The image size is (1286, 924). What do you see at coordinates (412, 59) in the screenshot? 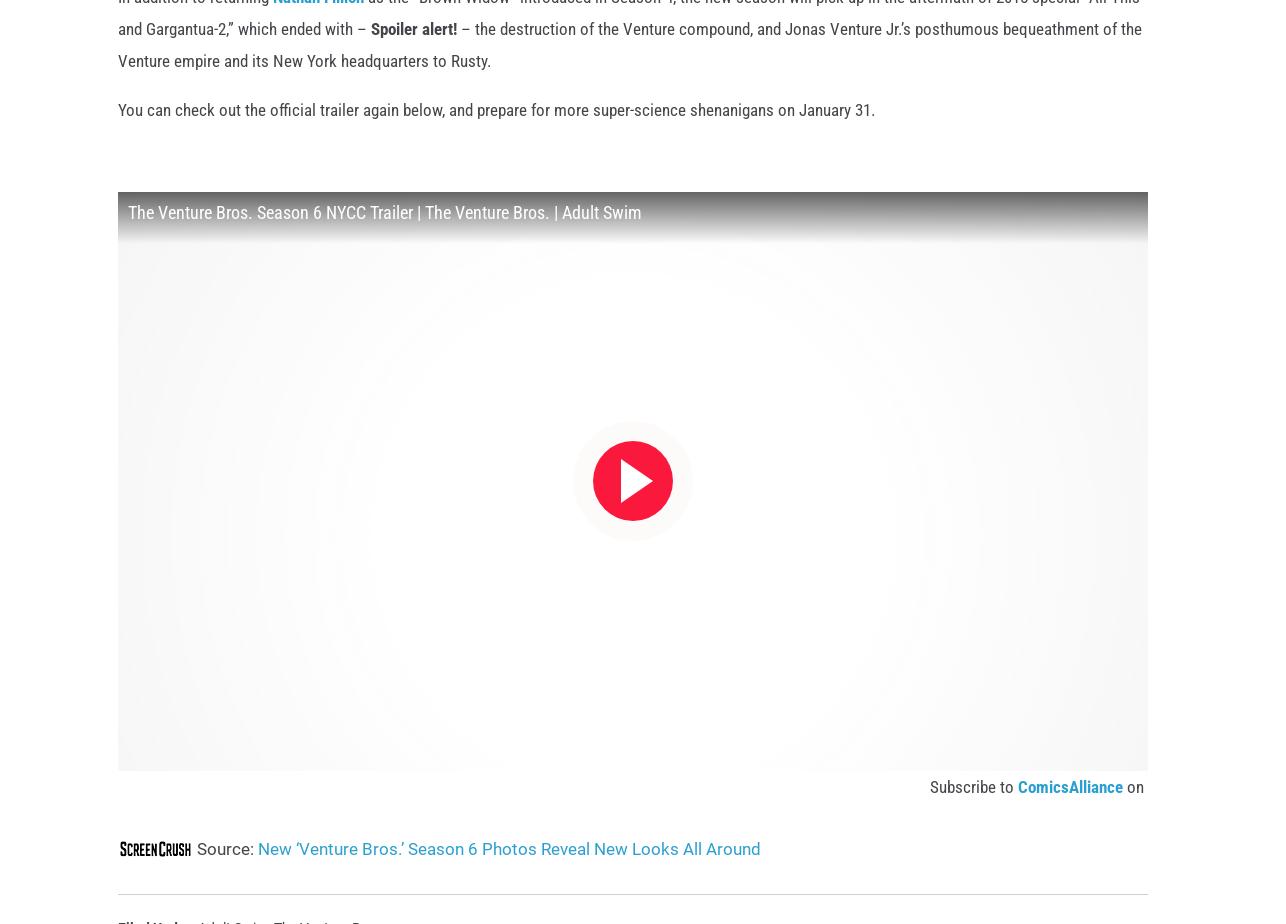
I see `'Spoiler alert!'` at bounding box center [412, 59].